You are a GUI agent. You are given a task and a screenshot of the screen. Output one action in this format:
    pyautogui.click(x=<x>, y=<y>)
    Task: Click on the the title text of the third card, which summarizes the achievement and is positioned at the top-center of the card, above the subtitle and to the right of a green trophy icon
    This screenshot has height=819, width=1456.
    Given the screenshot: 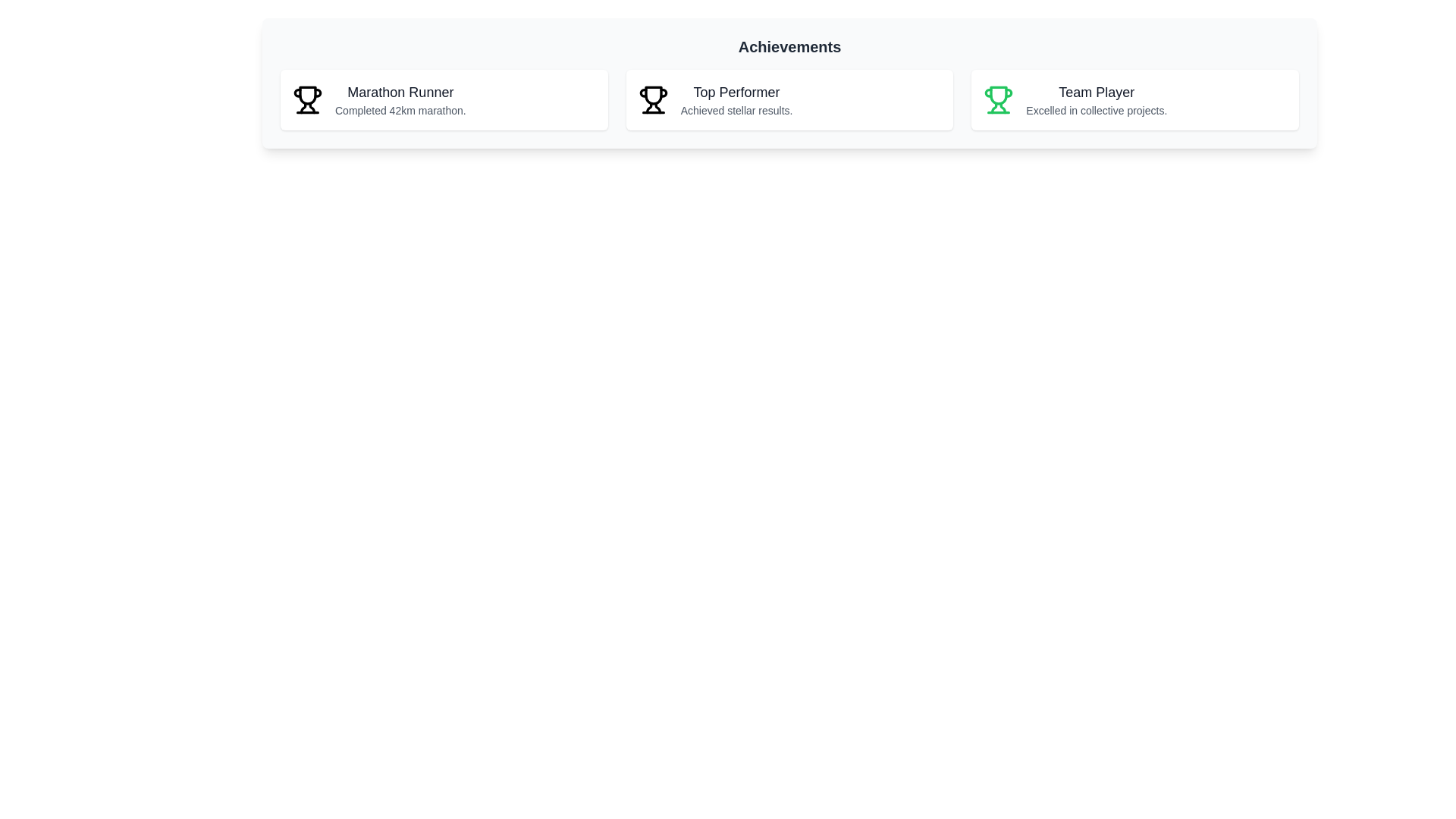 What is the action you would take?
    pyautogui.click(x=1097, y=93)
    